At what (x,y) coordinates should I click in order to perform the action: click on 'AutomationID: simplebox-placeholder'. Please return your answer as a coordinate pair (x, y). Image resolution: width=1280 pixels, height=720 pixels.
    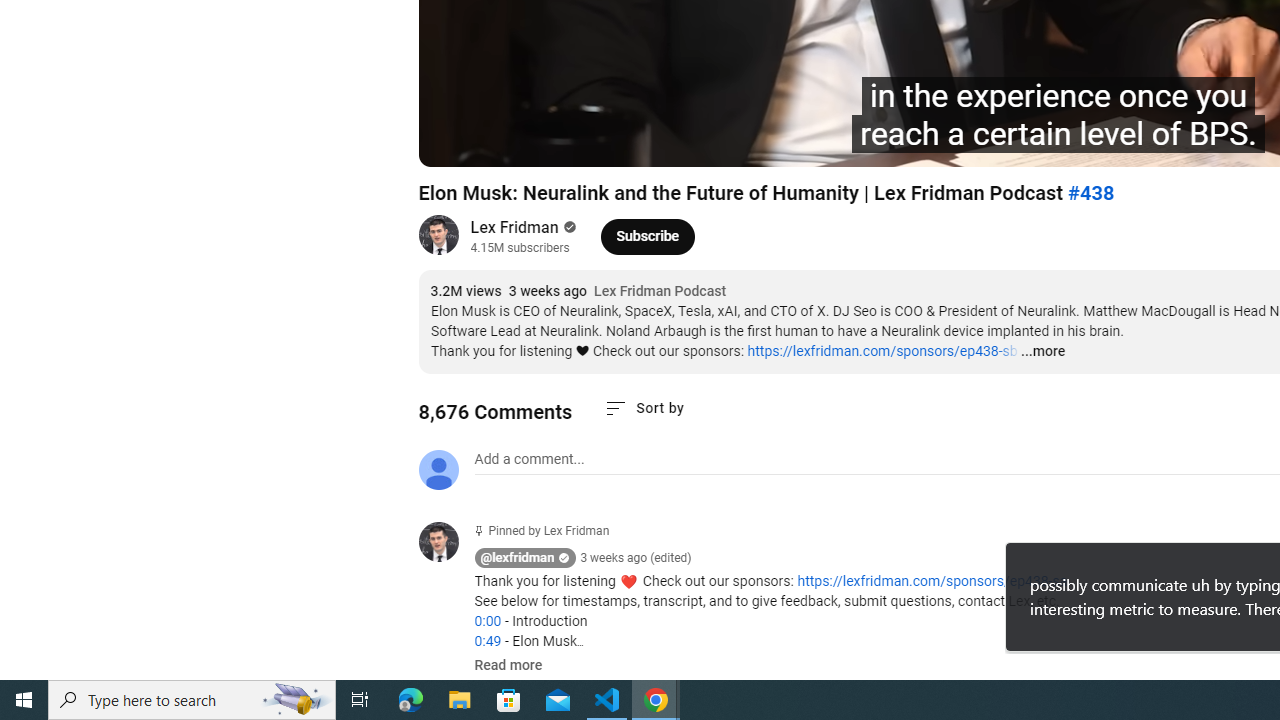
    Looking at the image, I should click on (529, 459).